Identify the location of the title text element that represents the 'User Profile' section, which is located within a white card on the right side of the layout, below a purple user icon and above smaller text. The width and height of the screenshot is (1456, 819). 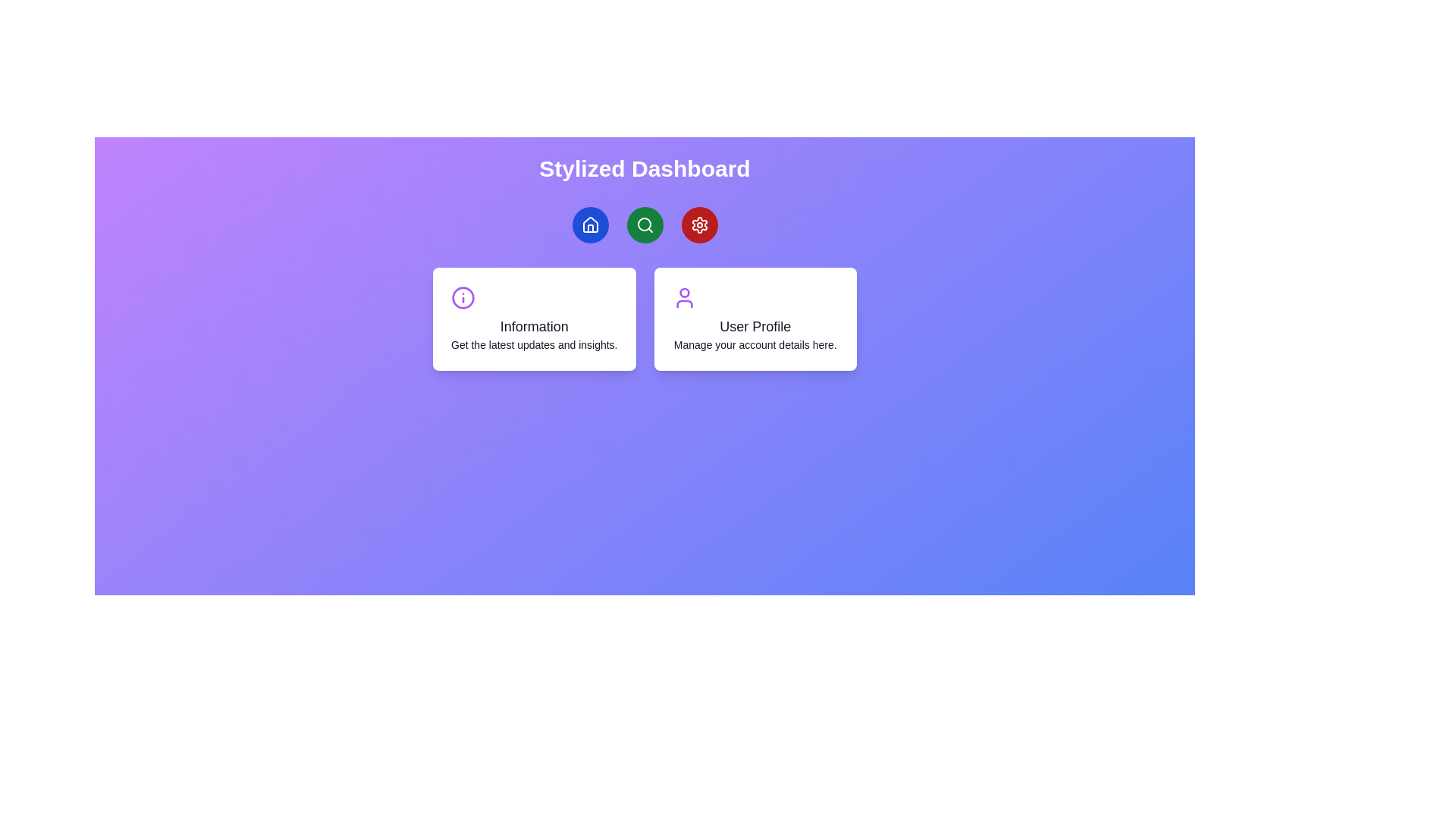
(755, 326).